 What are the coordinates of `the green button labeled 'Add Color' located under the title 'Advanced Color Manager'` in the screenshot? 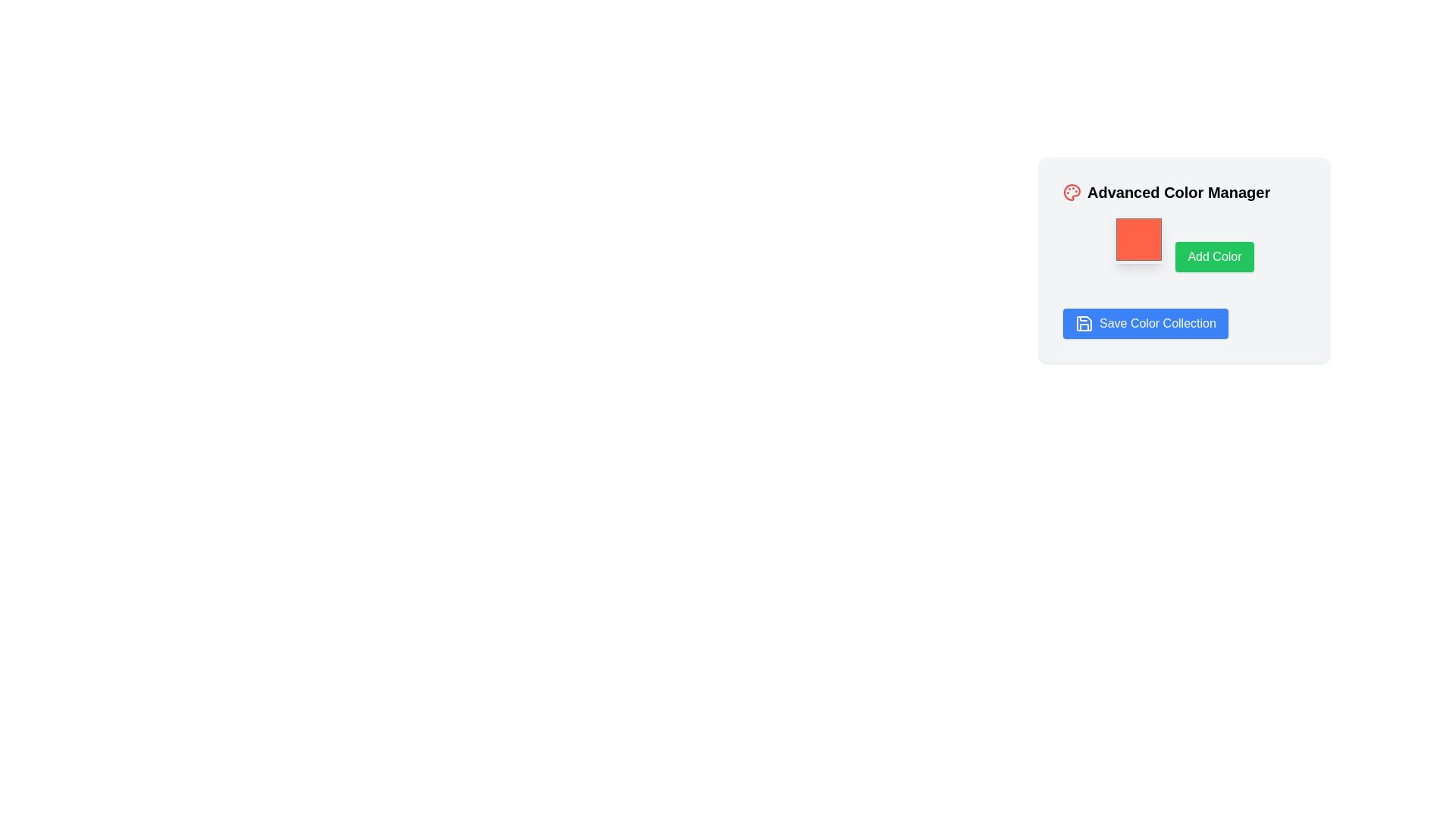 It's located at (1183, 259).